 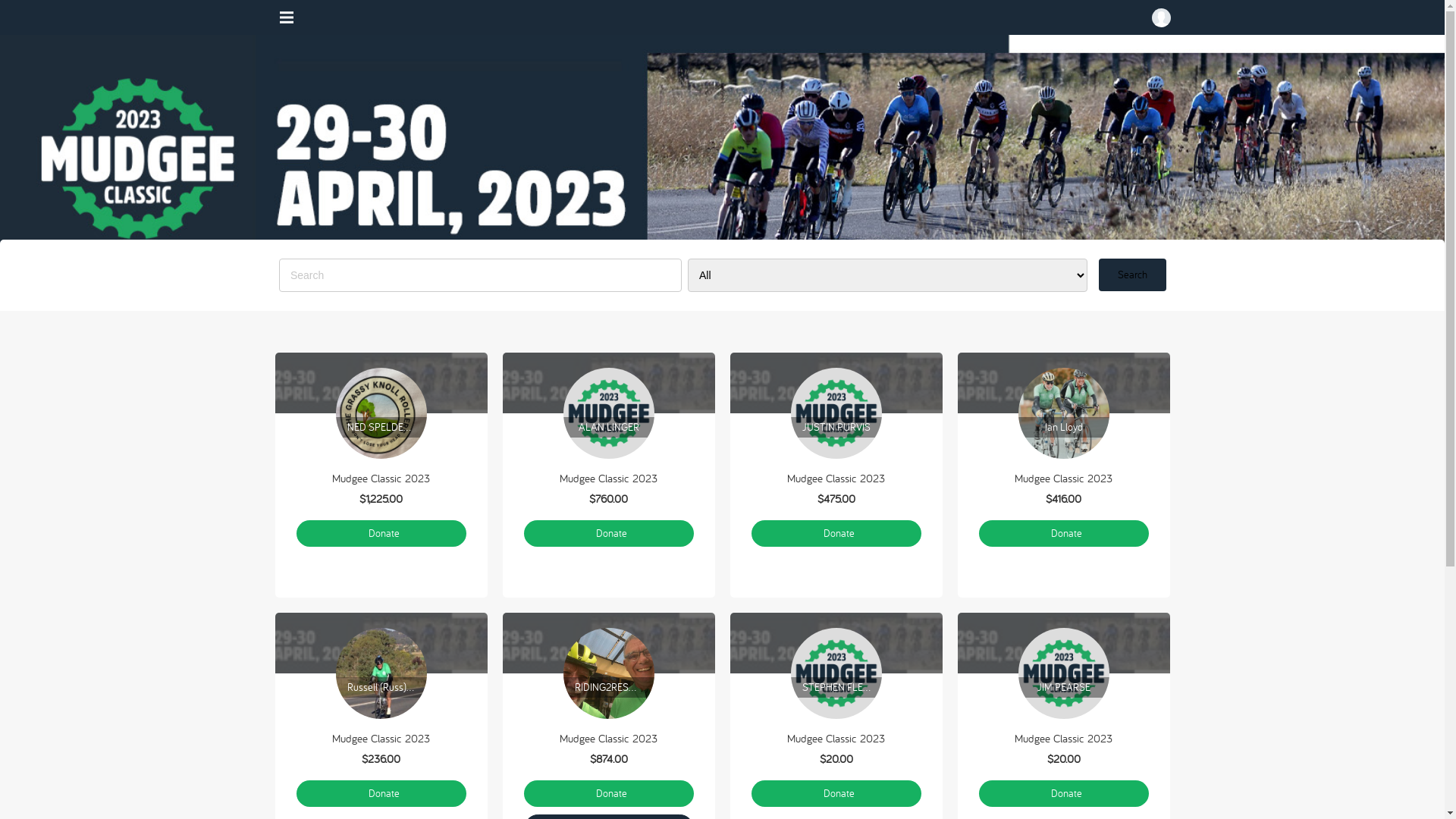 What do you see at coordinates (381, 413) in the screenshot?
I see `'NED SPELDEWINDE'` at bounding box center [381, 413].